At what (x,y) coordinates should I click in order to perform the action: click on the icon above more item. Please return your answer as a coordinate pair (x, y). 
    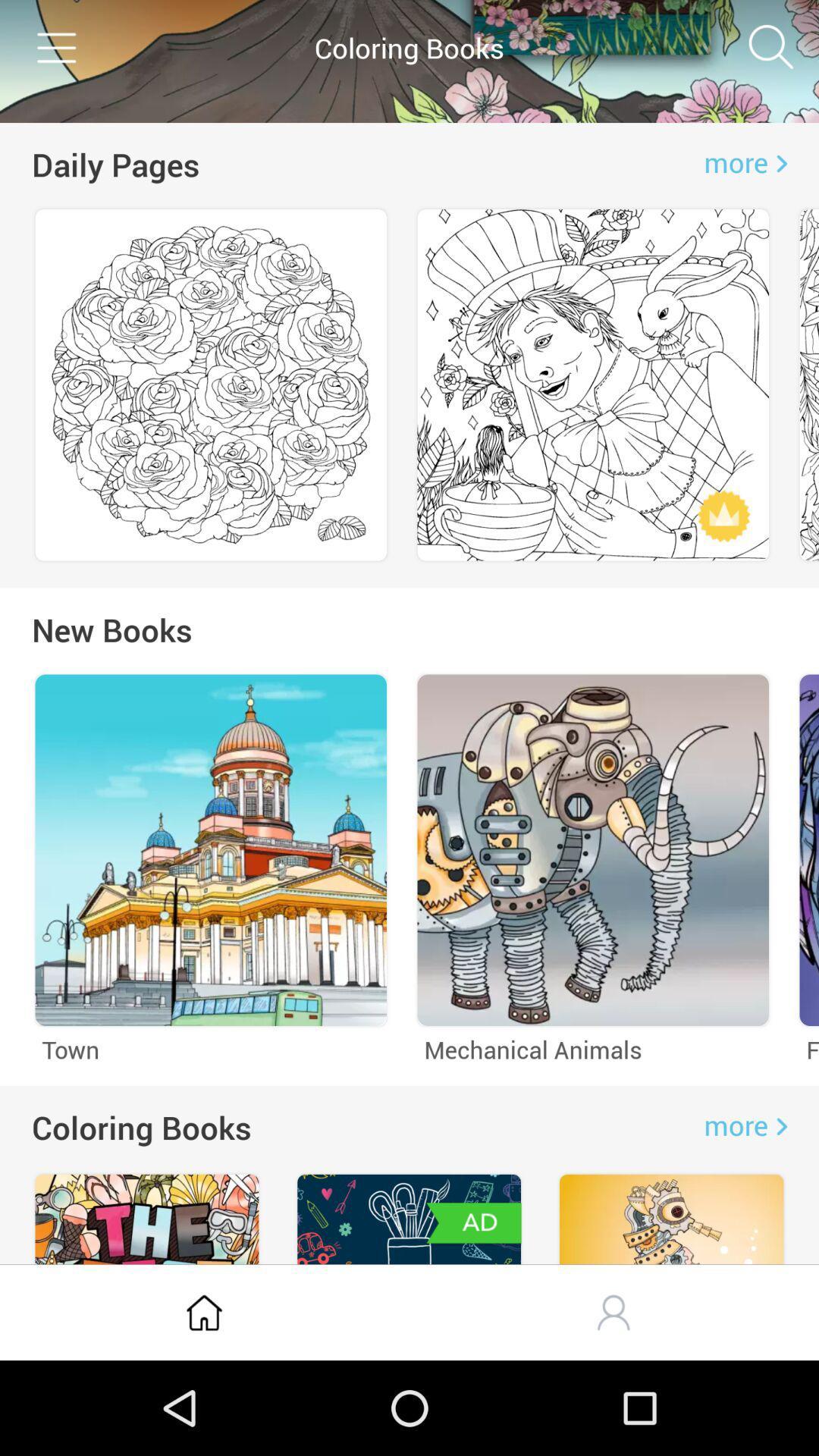
    Looking at the image, I should click on (771, 47).